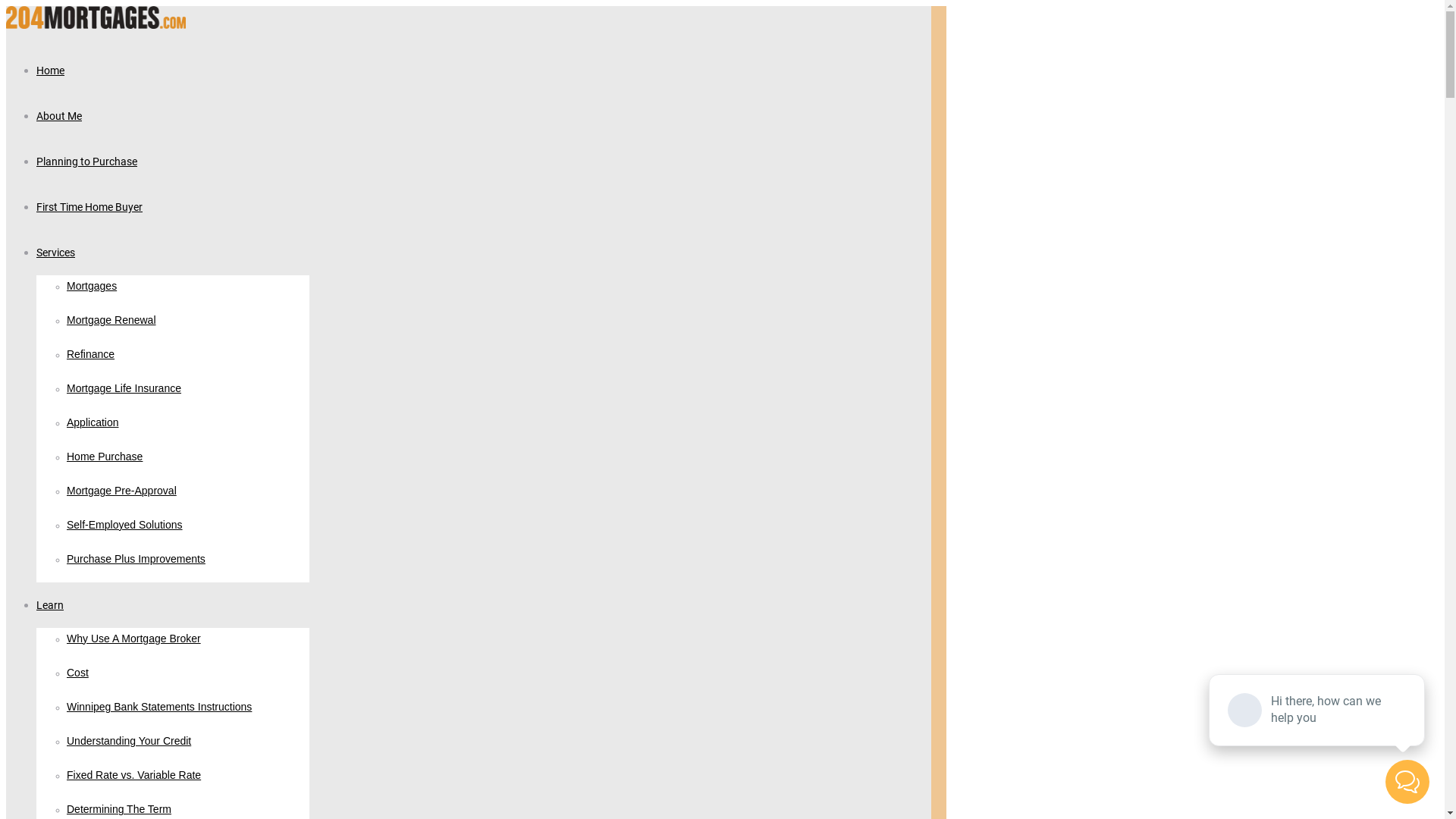 Image resolution: width=1456 pixels, height=819 pixels. I want to click on 'Purchase Plus Improvements', so click(136, 559).